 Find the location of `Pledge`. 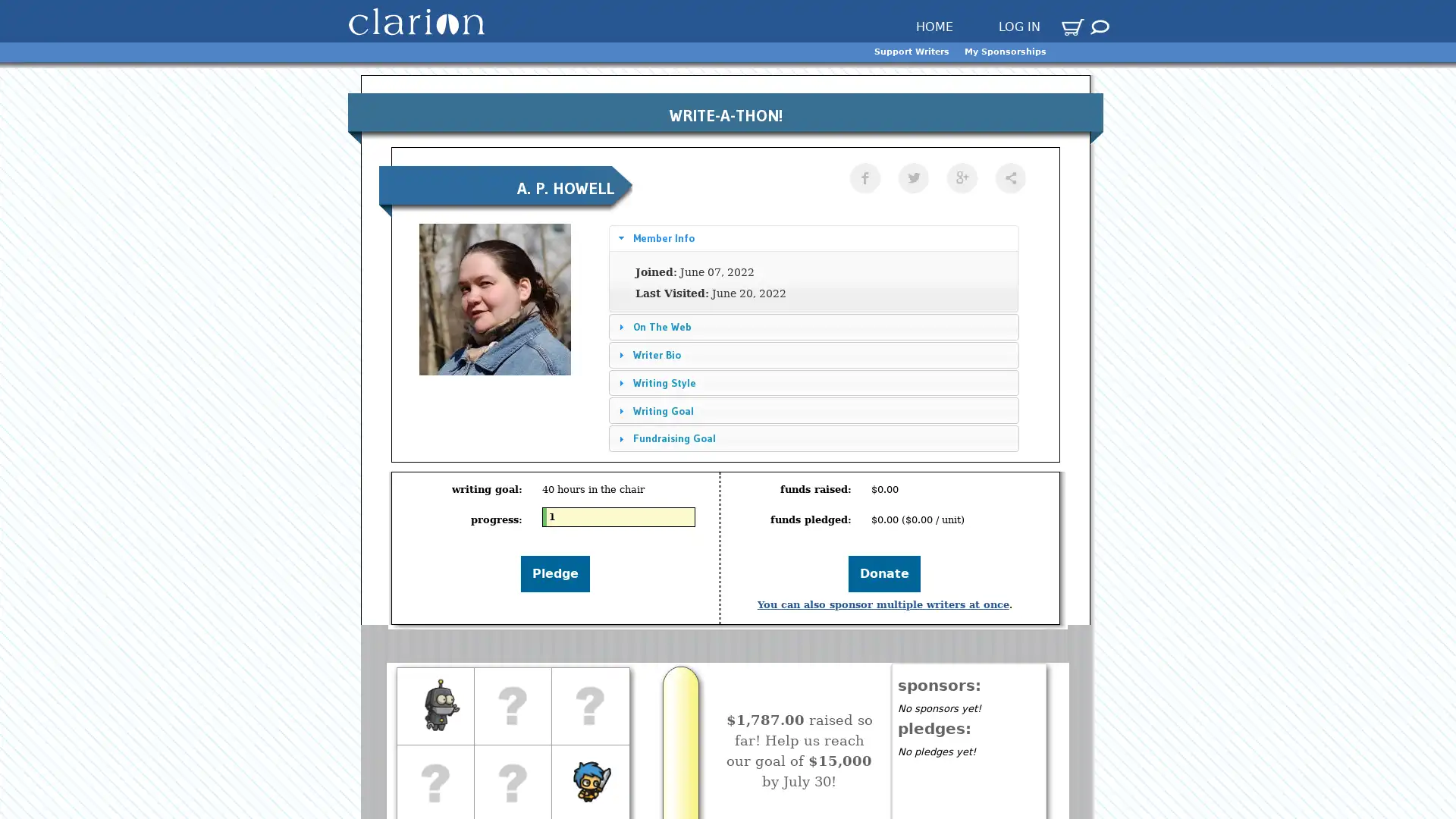

Pledge is located at coordinates (554, 573).